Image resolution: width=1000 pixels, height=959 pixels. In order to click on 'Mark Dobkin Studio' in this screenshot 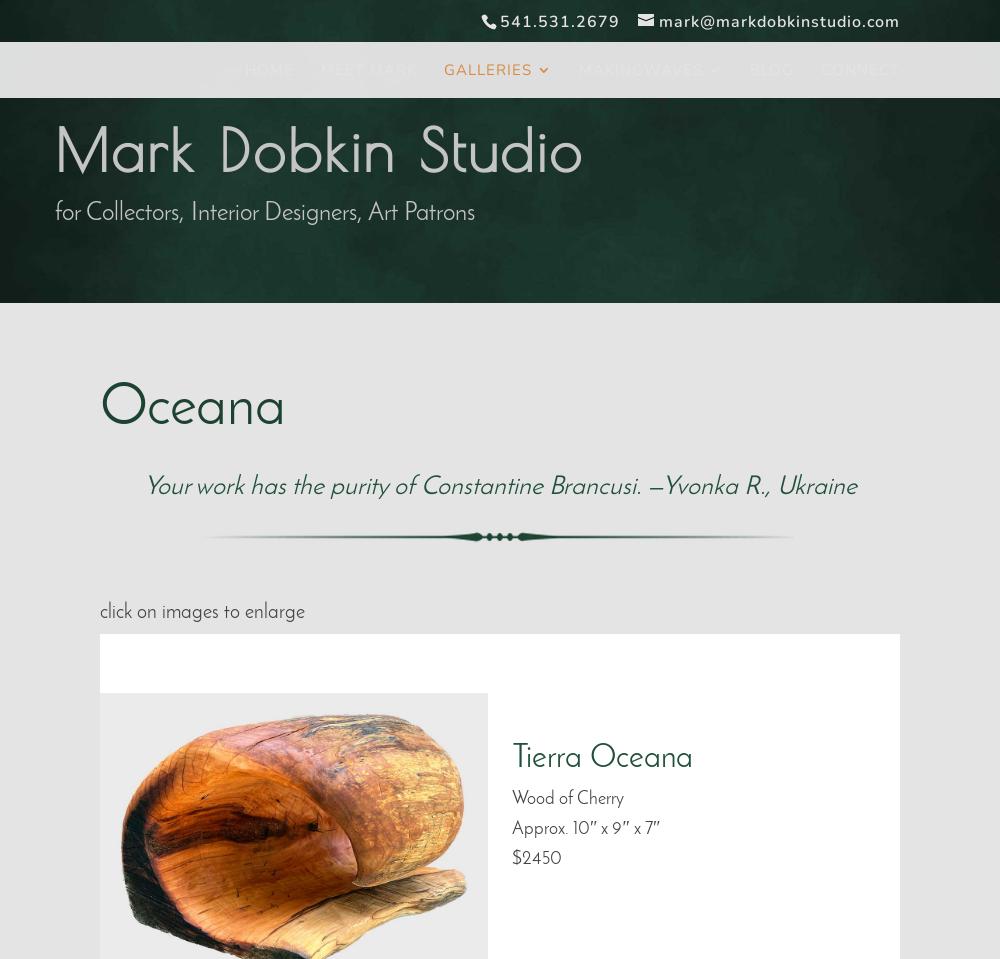, I will do `click(318, 148)`.